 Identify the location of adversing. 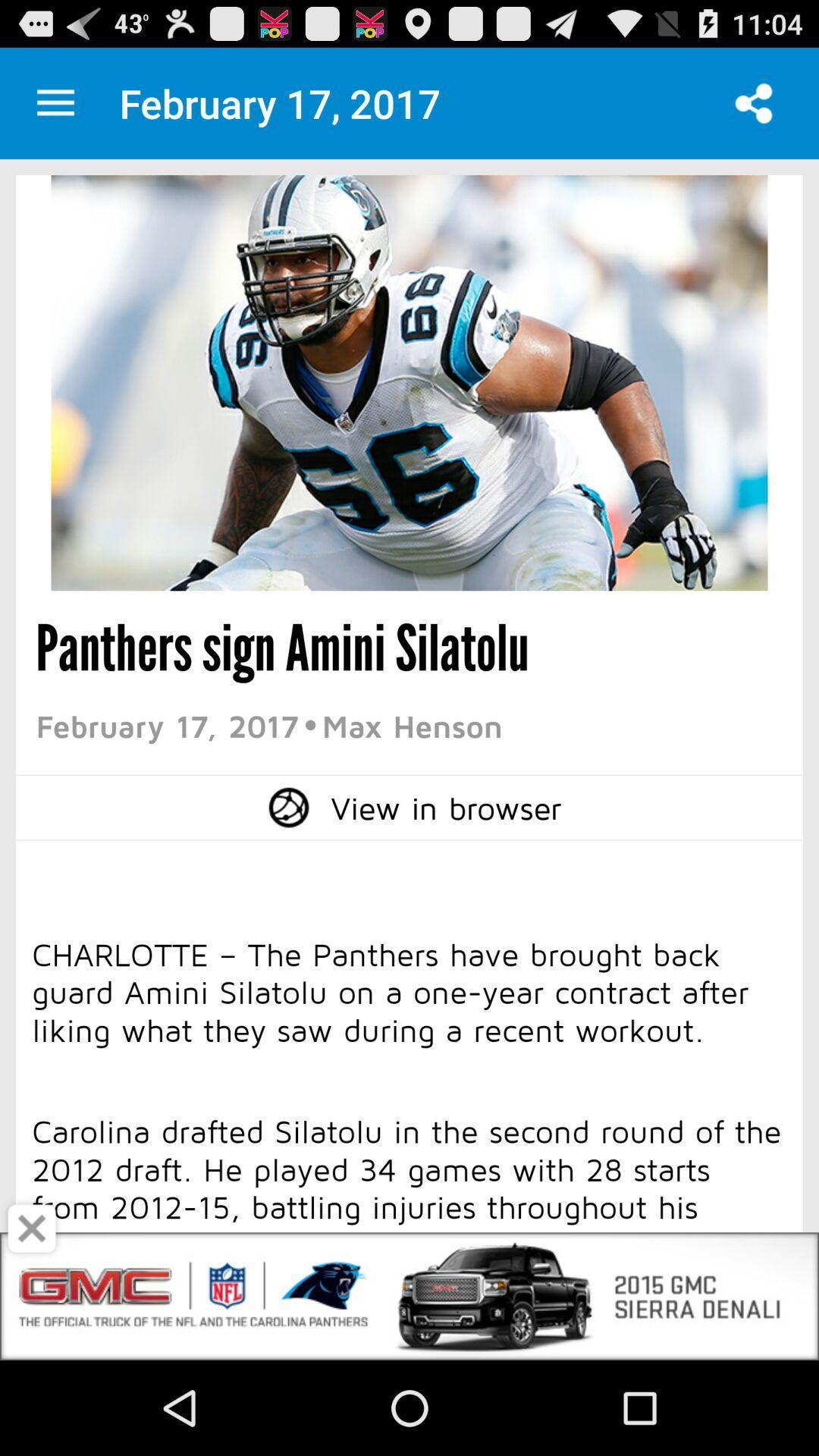
(32, 1228).